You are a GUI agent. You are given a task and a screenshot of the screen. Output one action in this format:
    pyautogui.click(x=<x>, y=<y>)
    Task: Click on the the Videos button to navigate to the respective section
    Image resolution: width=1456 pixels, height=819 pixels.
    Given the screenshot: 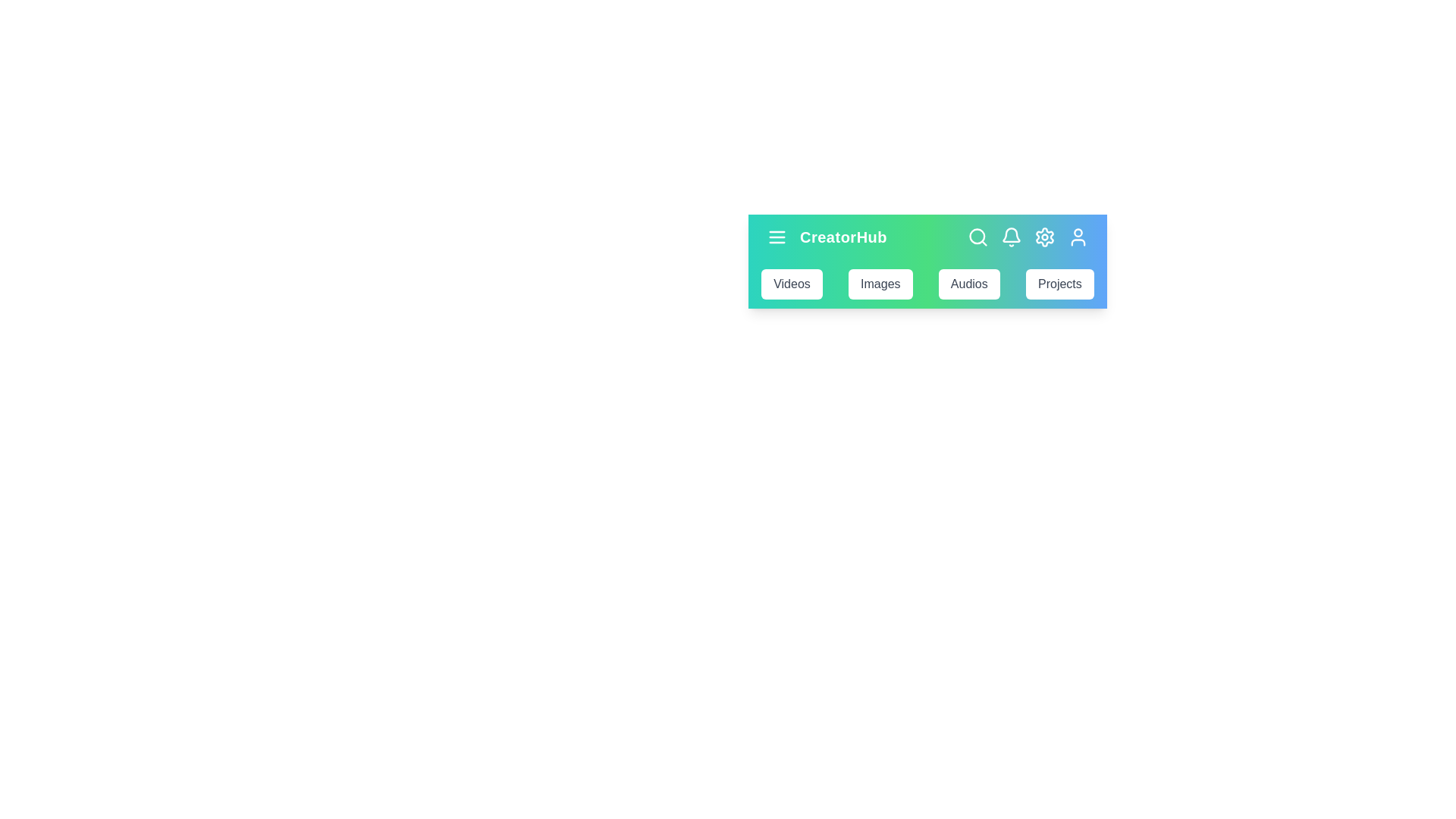 What is the action you would take?
    pyautogui.click(x=790, y=284)
    